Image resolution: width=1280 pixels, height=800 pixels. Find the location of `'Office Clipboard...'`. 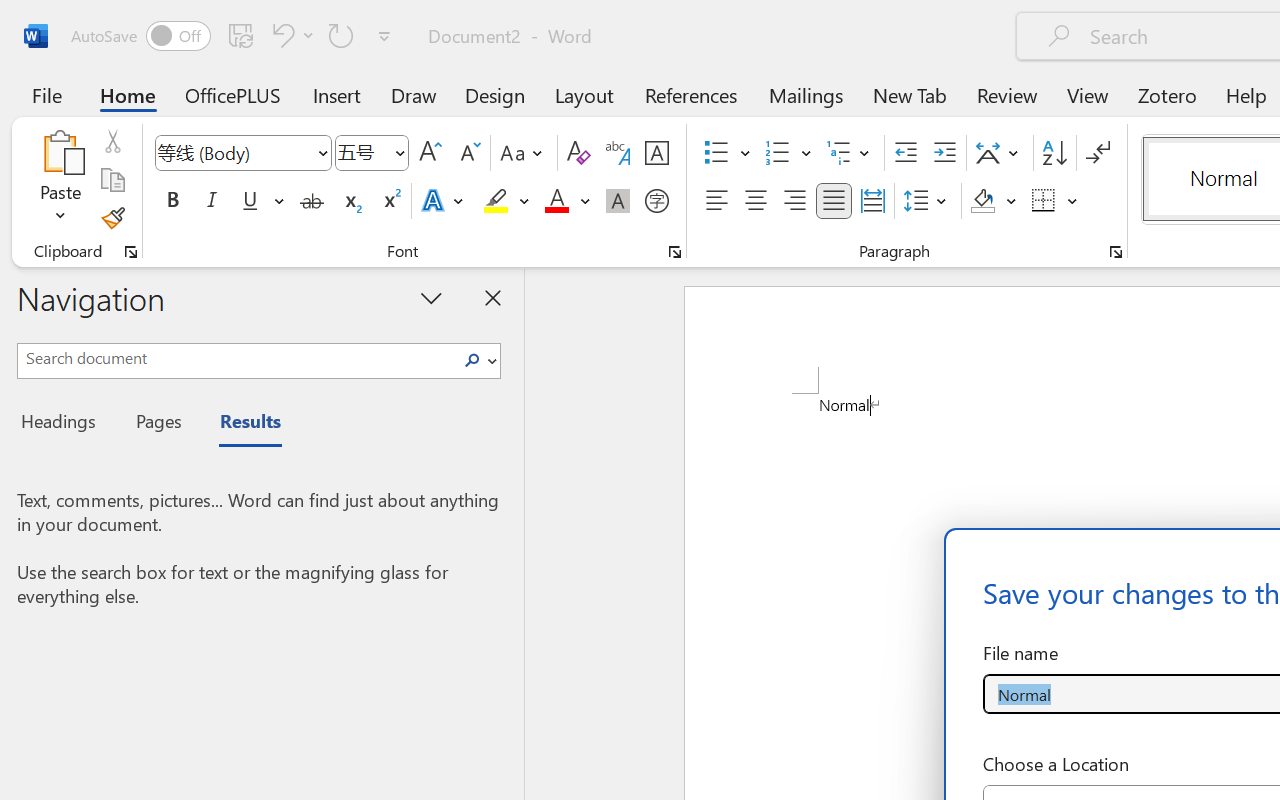

'Office Clipboard...' is located at coordinates (130, 251).